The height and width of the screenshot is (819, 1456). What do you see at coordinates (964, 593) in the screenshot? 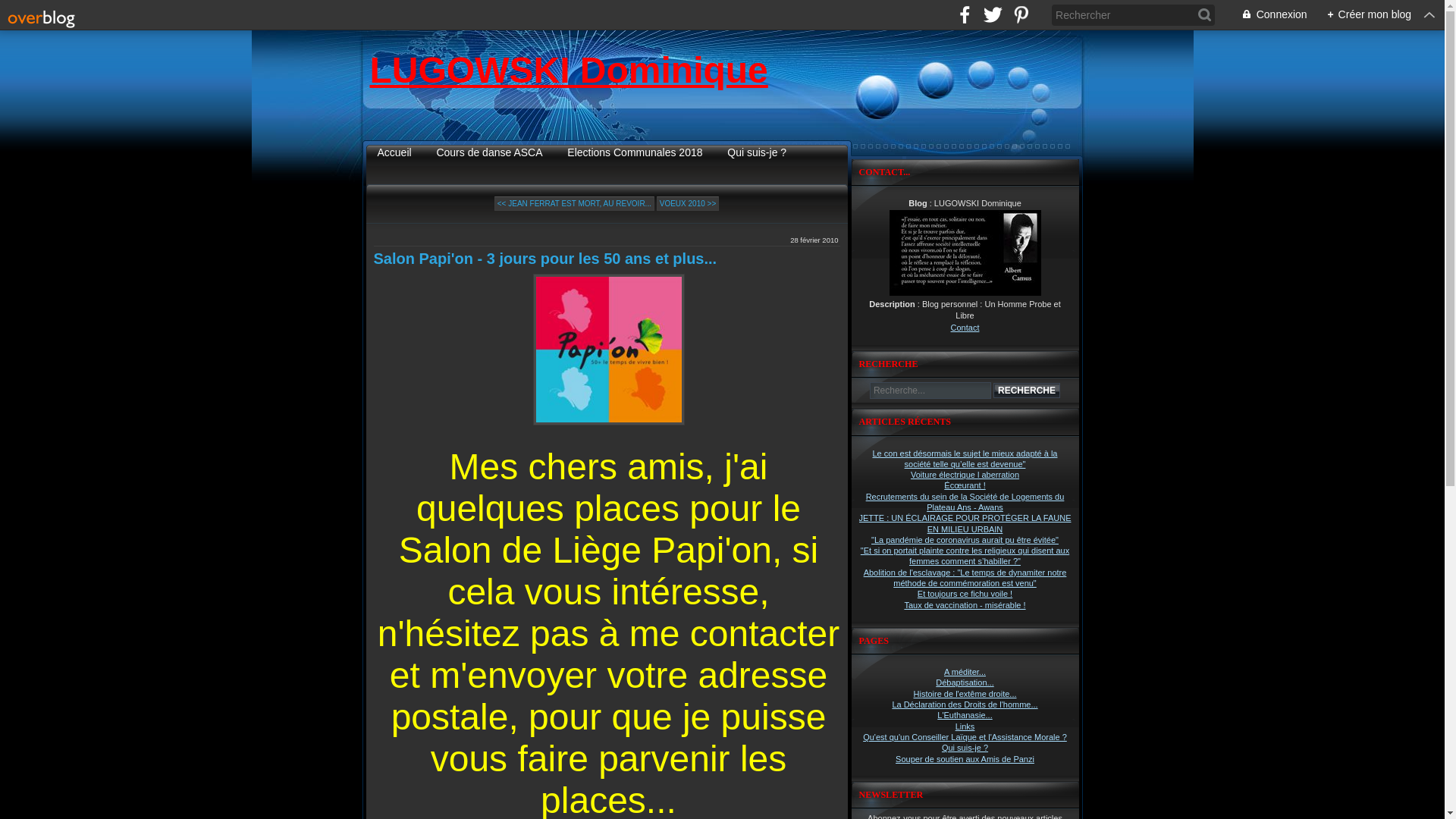
I see `'Et toujours ce fichu voile !'` at bounding box center [964, 593].